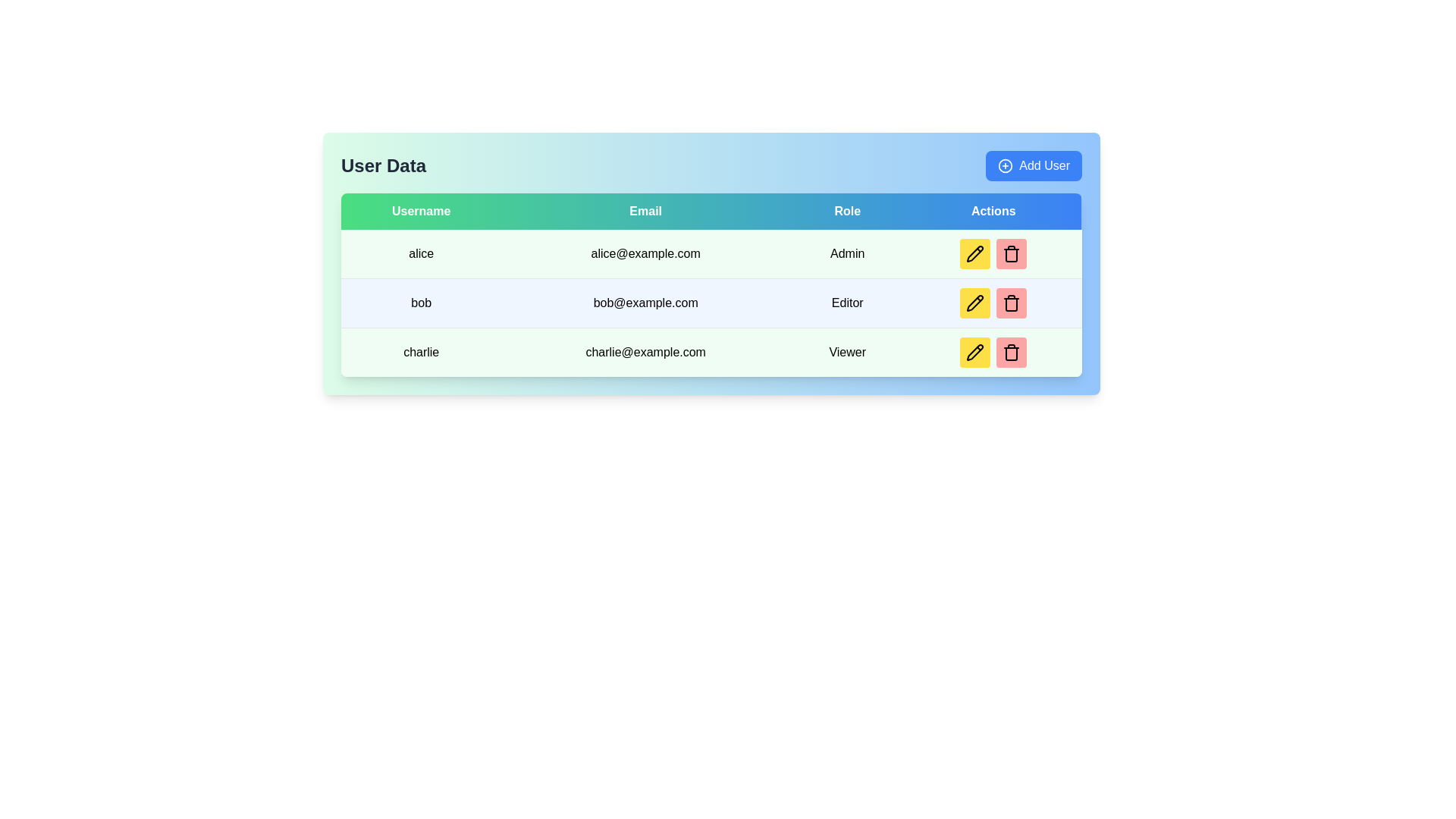 The image size is (1456, 819). Describe the element at coordinates (1012, 253) in the screenshot. I see `the delete button in the 'Actions' column of the table` at that location.